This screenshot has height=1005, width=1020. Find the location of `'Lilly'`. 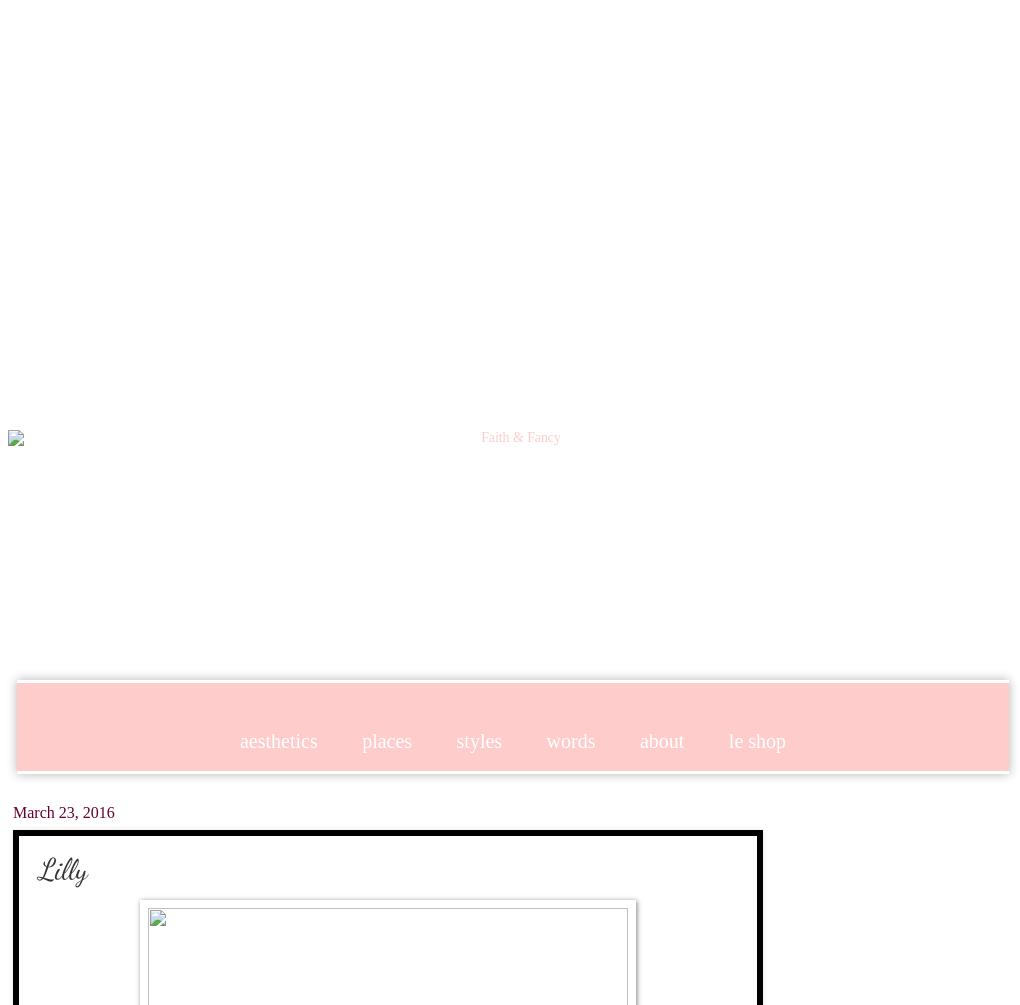

'Lilly' is located at coordinates (63, 867).